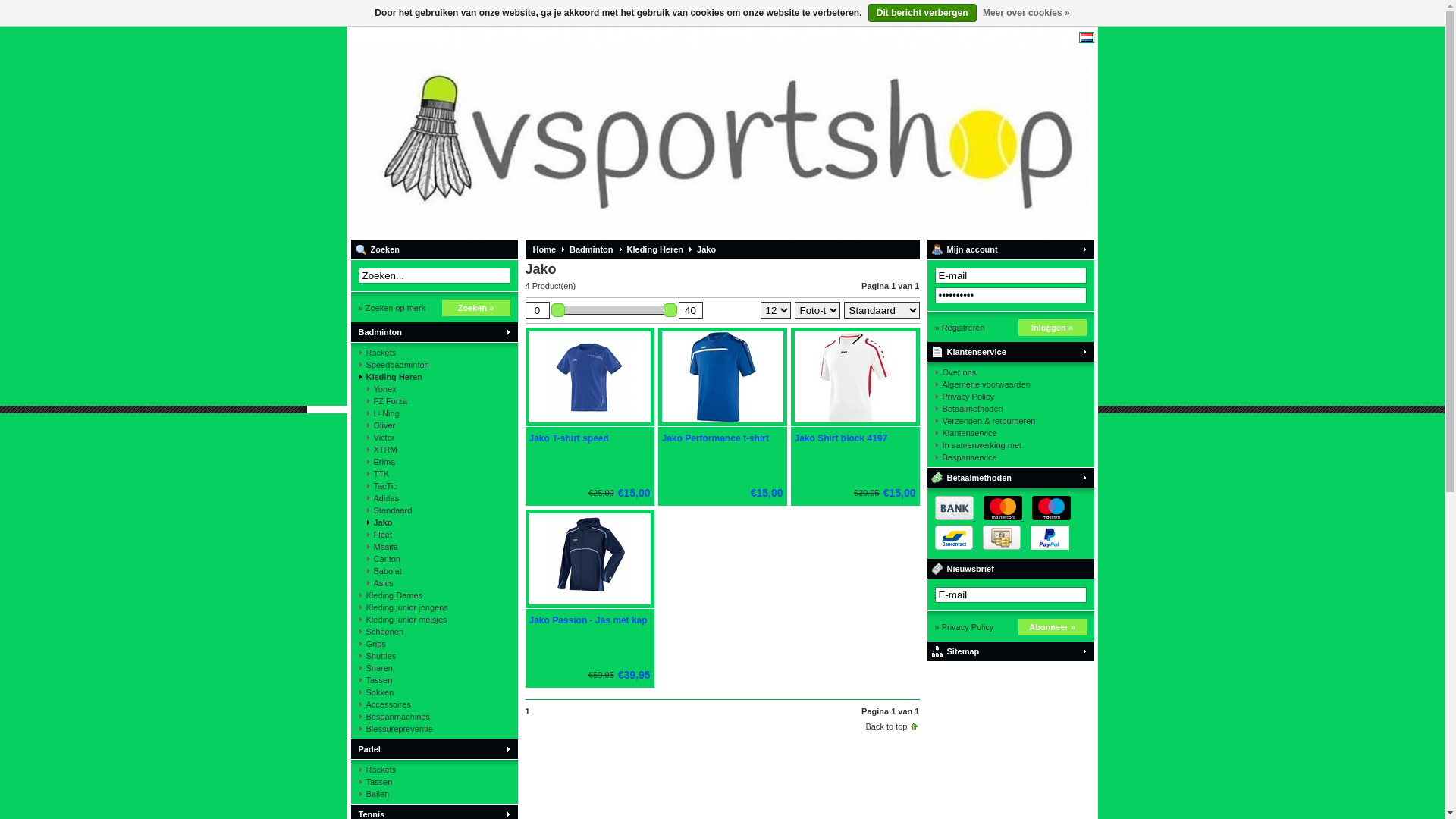 Image resolution: width=1456 pixels, height=819 pixels. I want to click on 'Shuttles', so click(432, 654).